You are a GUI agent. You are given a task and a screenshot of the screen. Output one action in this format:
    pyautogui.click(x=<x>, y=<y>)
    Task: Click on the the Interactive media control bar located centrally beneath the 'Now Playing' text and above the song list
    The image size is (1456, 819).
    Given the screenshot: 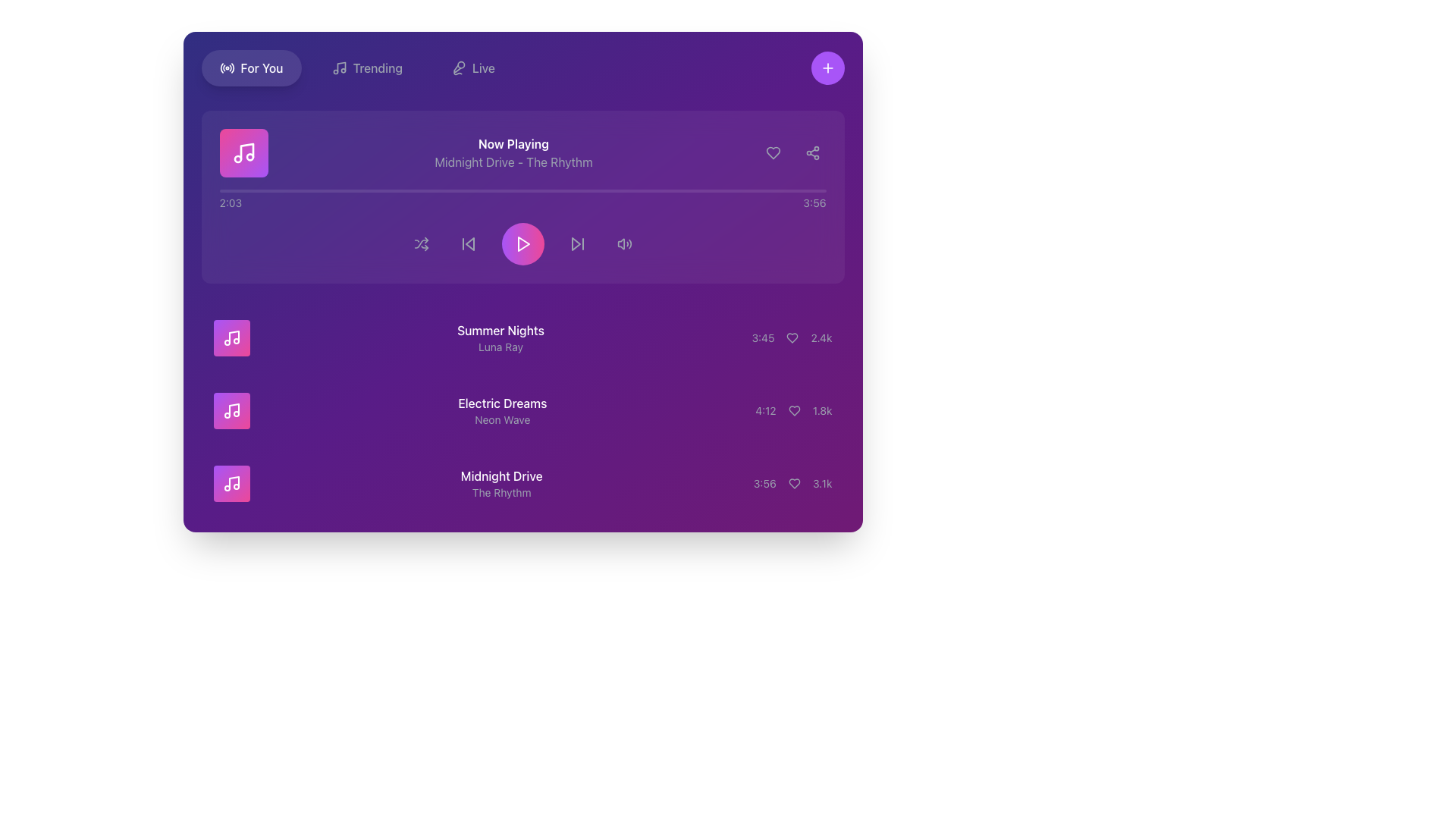 What is the action you would take?
    pyautogui.click(x=522, y=243)
    